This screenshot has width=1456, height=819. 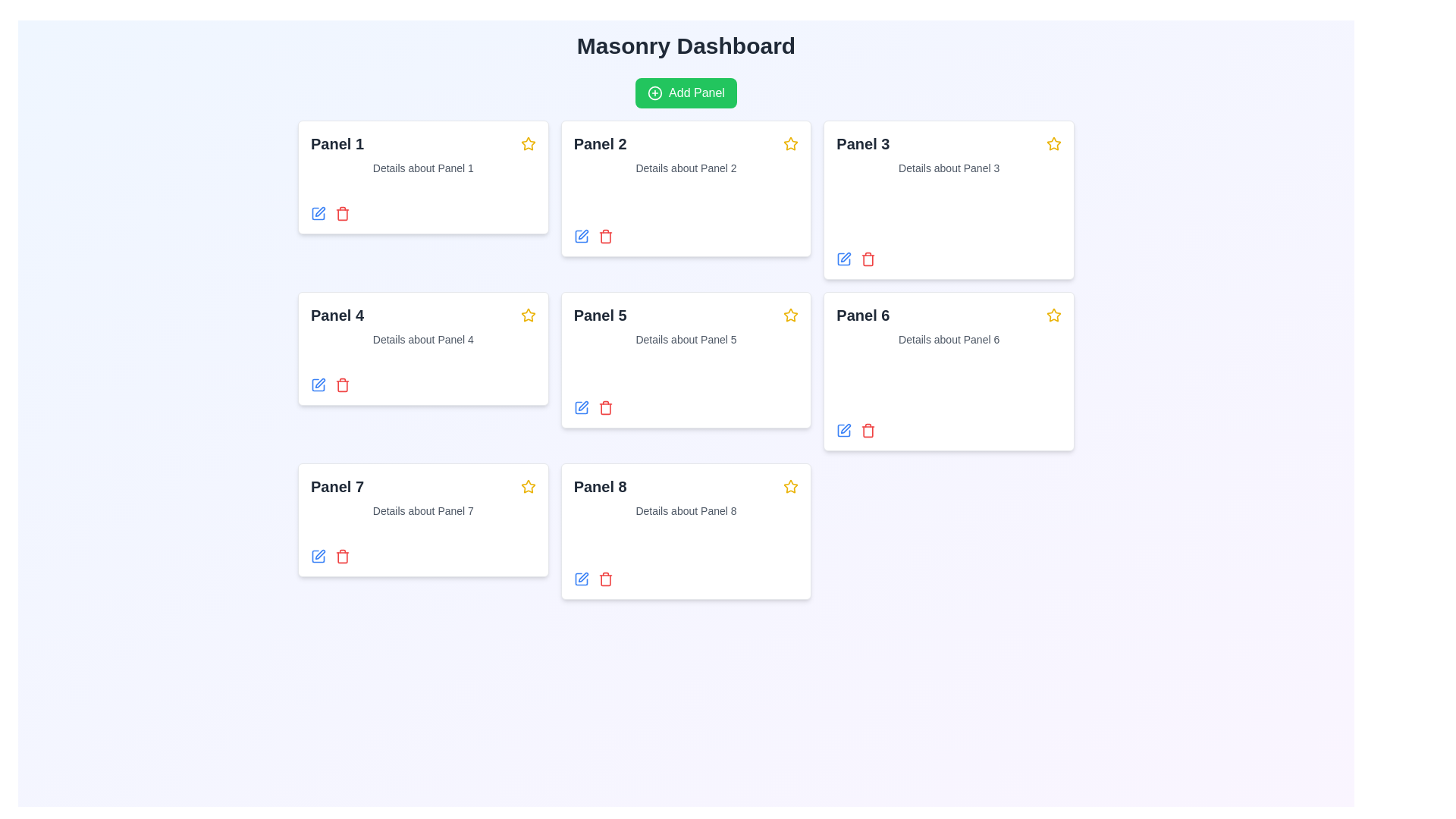 I want to click on the red trash can icon located at the bottom-right corner of 'Panel 5', so click(x=604, y=406).